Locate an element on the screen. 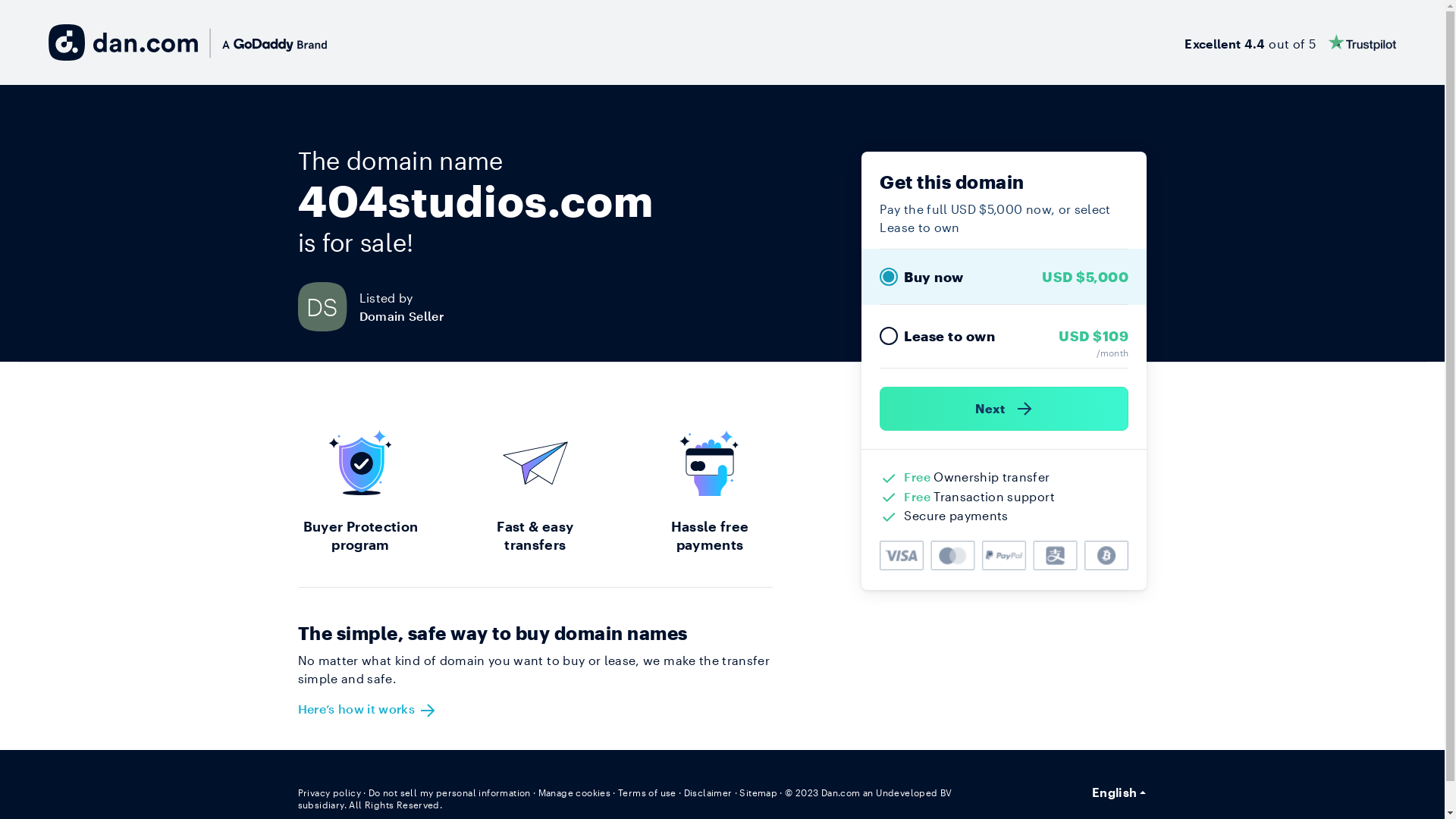  'Privacy policy' is located at coordinates (328, 792).